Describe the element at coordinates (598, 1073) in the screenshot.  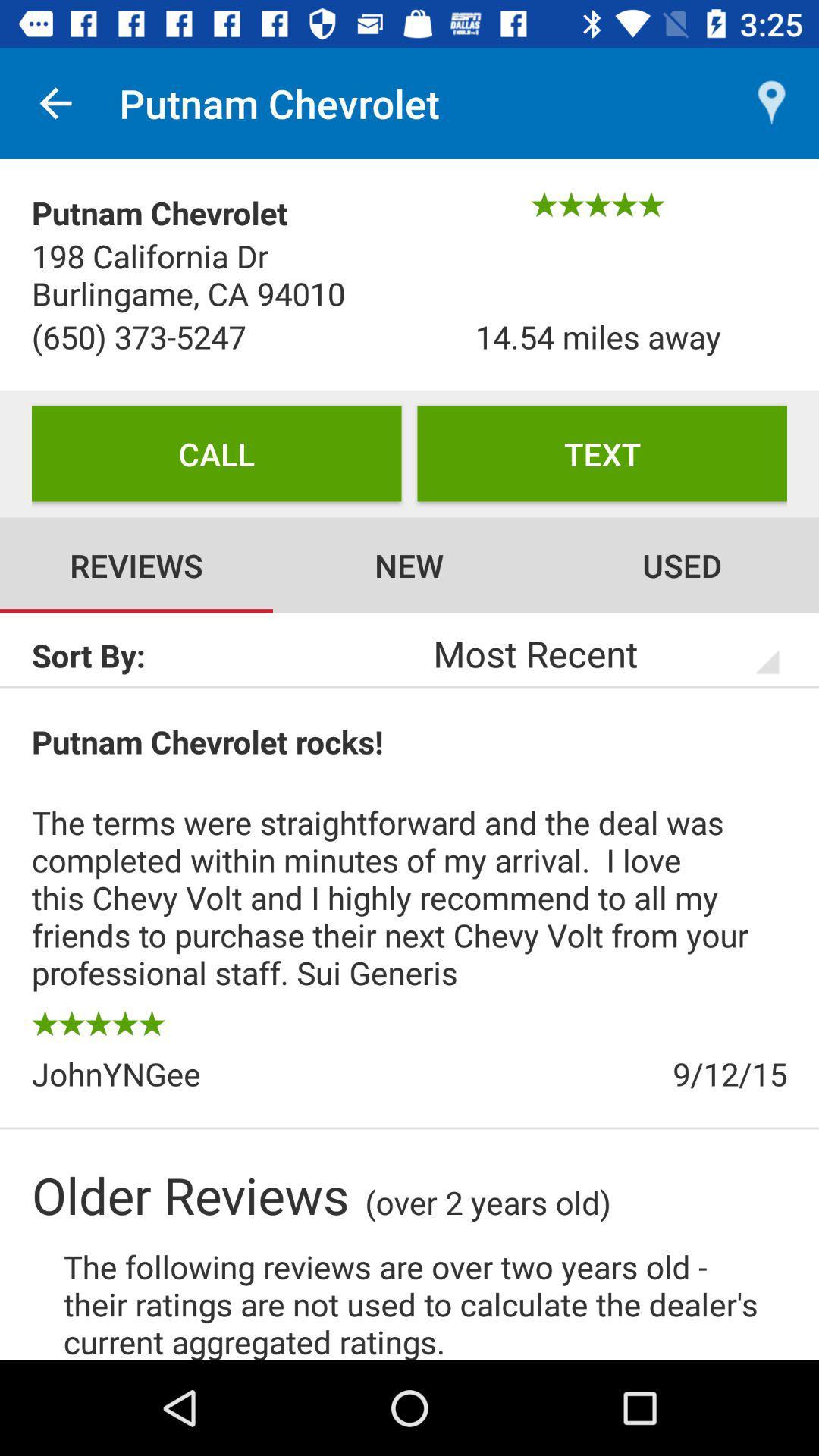
I see `the icon above over 2 years item` at that location.